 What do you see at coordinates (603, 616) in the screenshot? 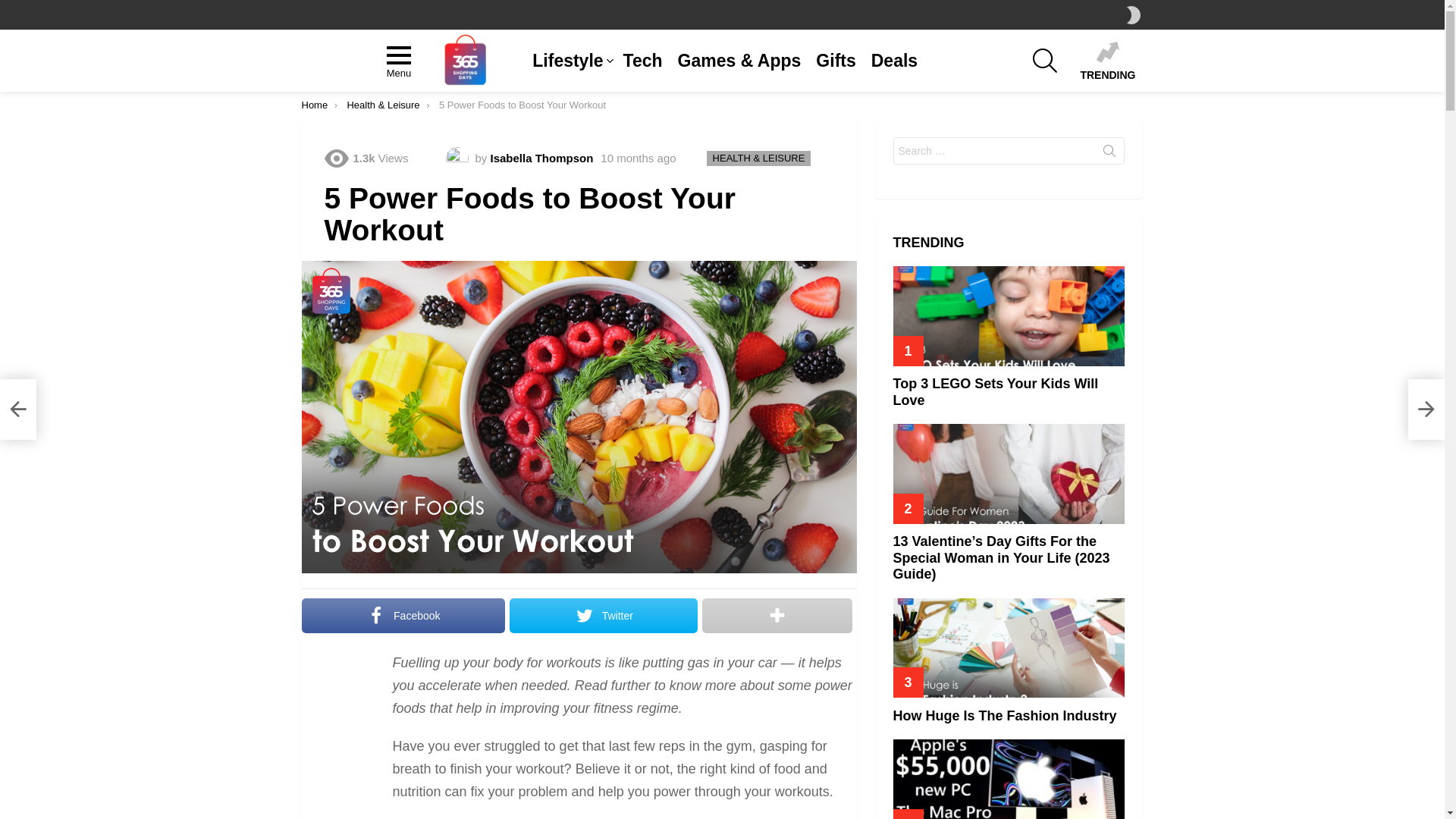
I see `'Twitter'` at bounding box center [603, 616].